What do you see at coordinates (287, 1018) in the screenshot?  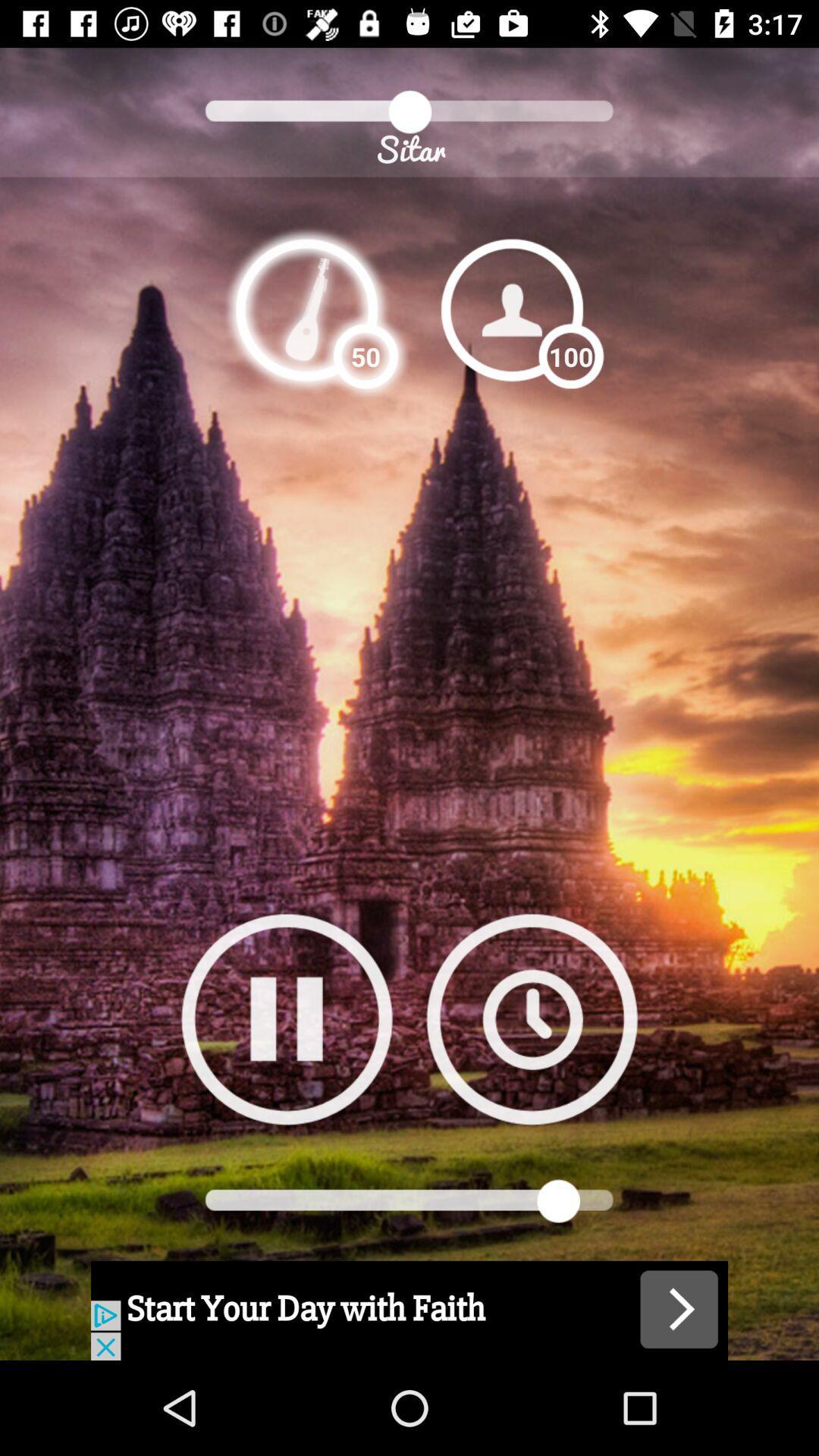 I see `pause` at bounding box center [287, 1018].